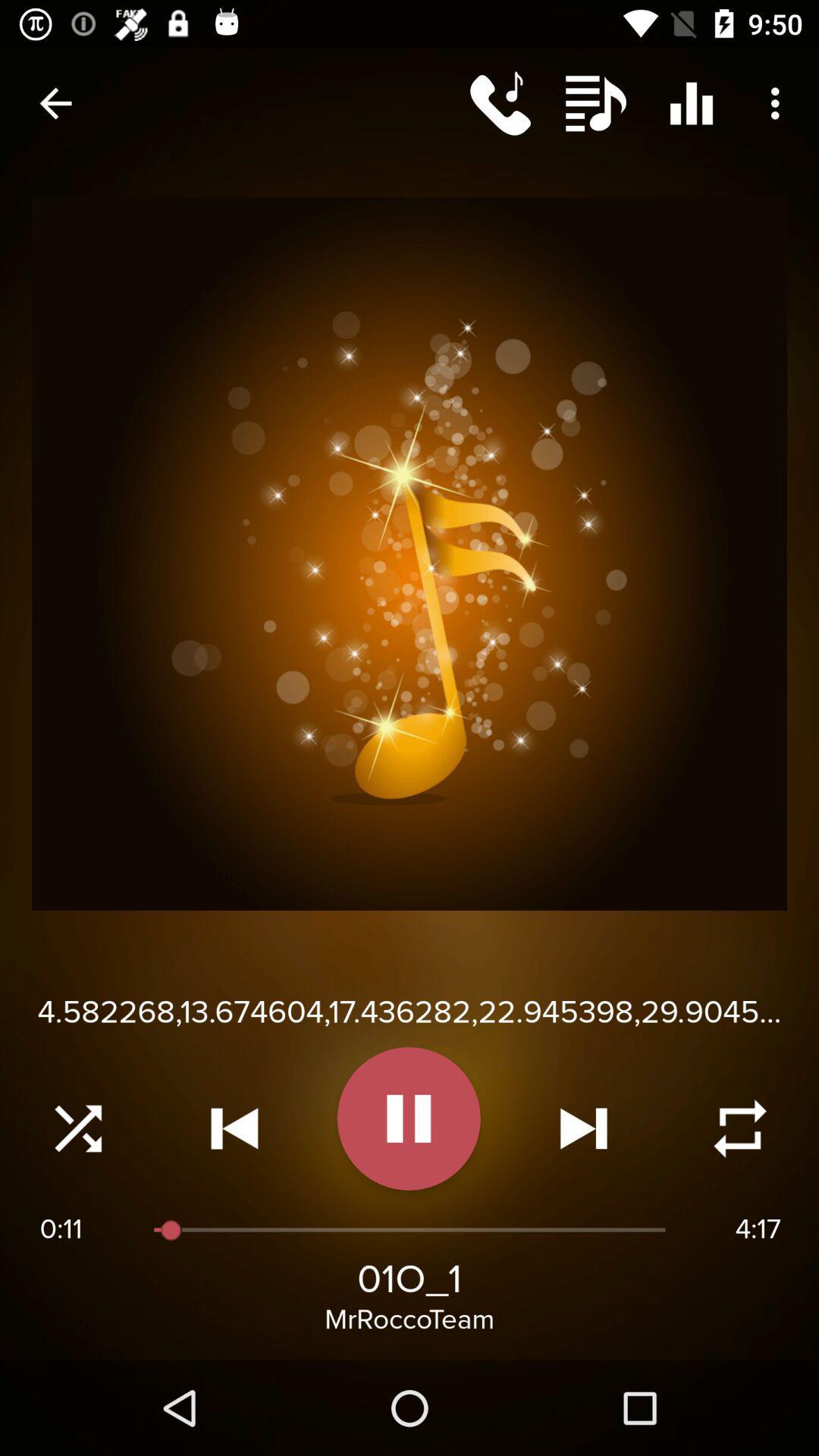 The image size is (819, 1456). I want to click on shuffle audio, so click(78, 1128).